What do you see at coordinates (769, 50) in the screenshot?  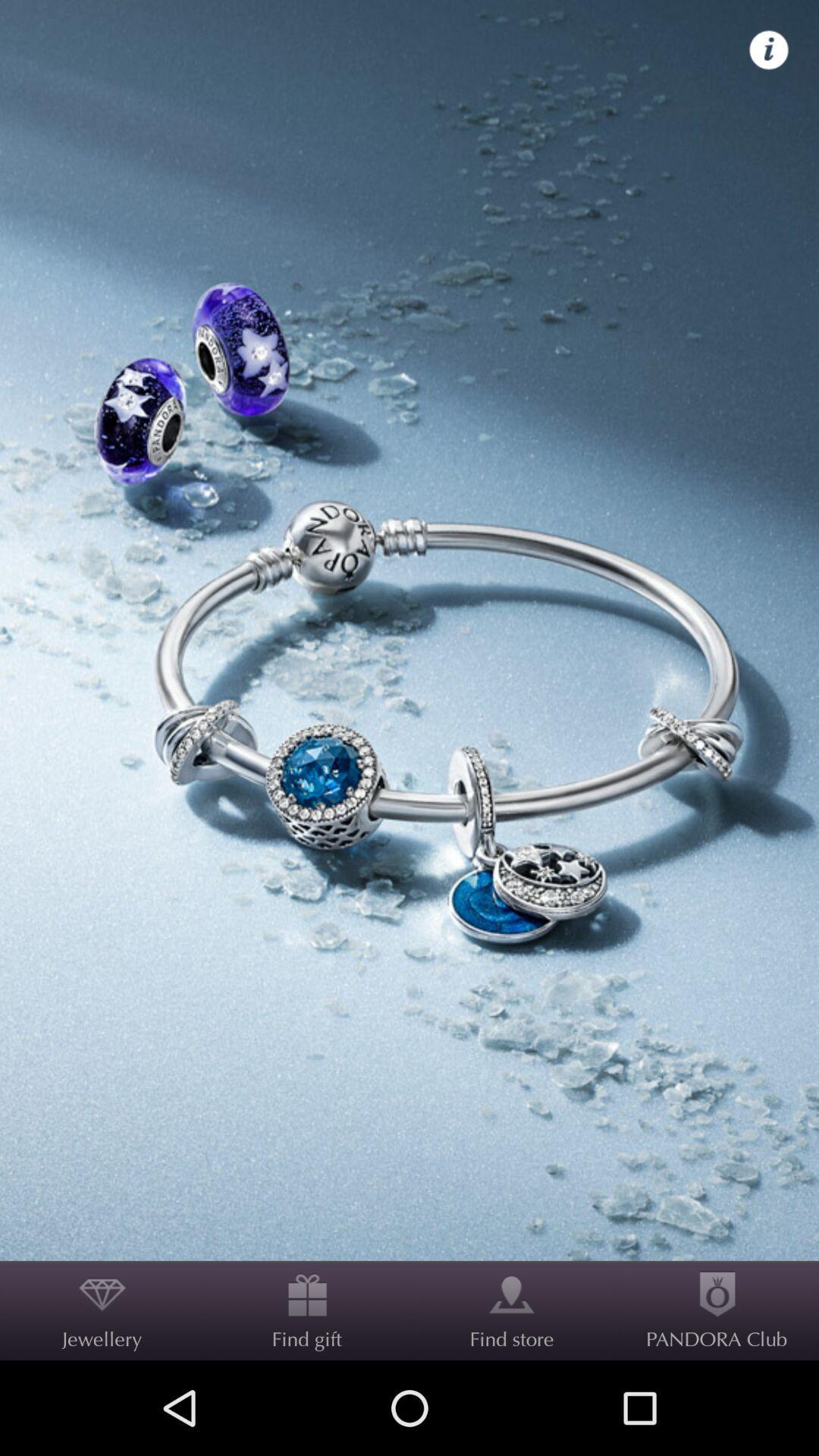 I see `icon` at bounding box center [769, 50].